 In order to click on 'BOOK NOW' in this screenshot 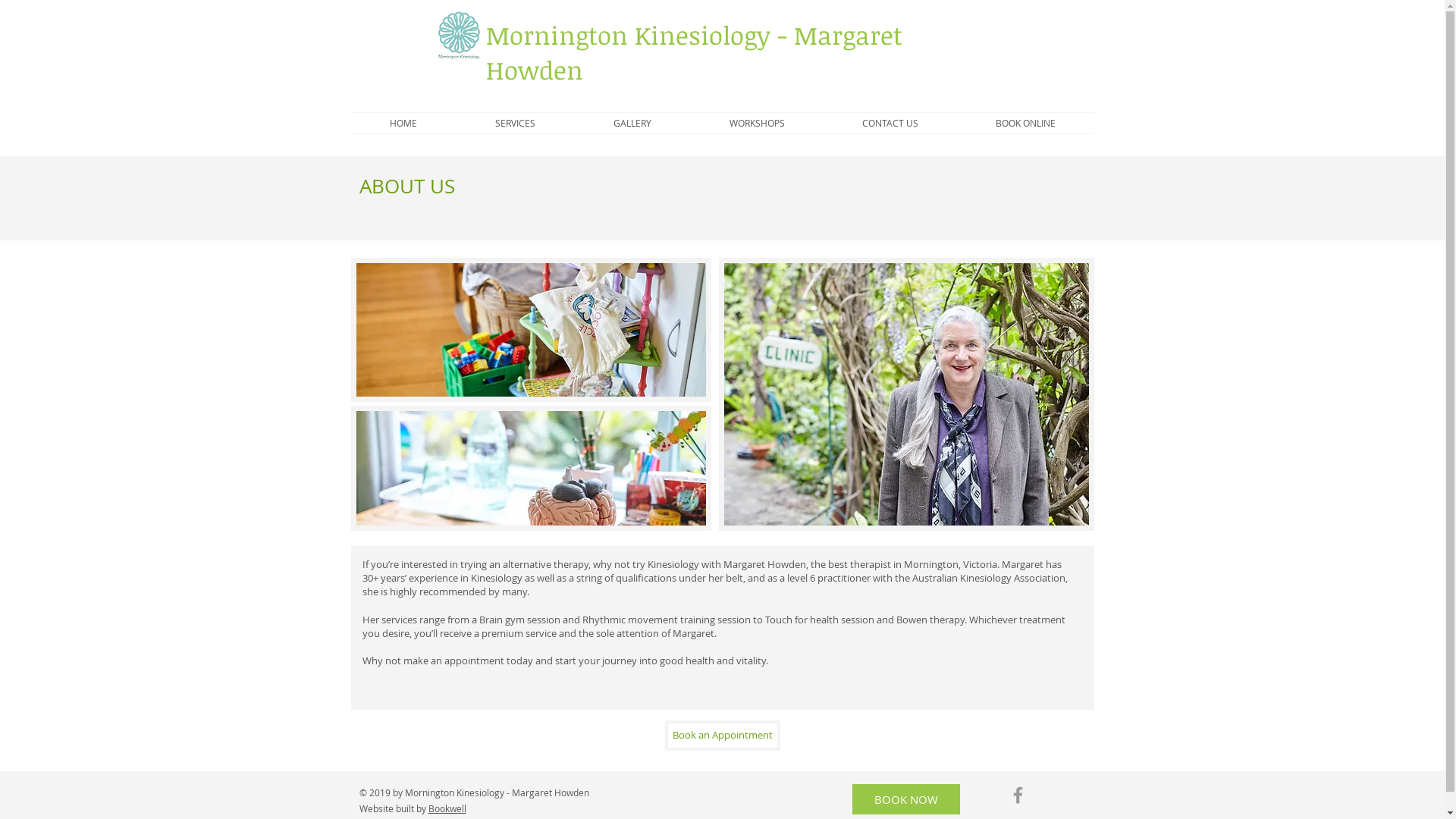, I will do `click(906, 798)`.